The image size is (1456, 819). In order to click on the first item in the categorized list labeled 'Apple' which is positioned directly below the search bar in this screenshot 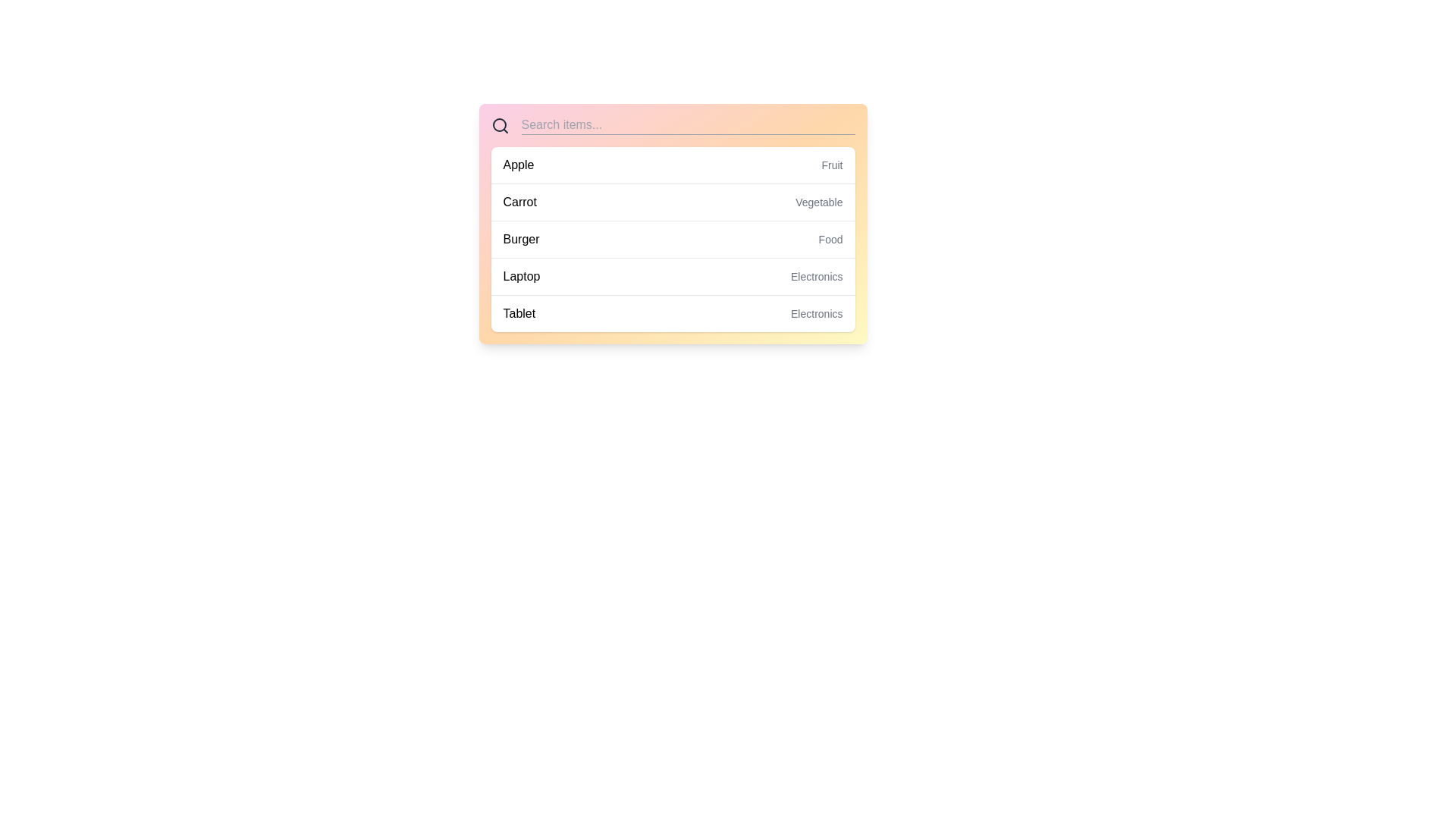, I will do `click(672, 165)`.